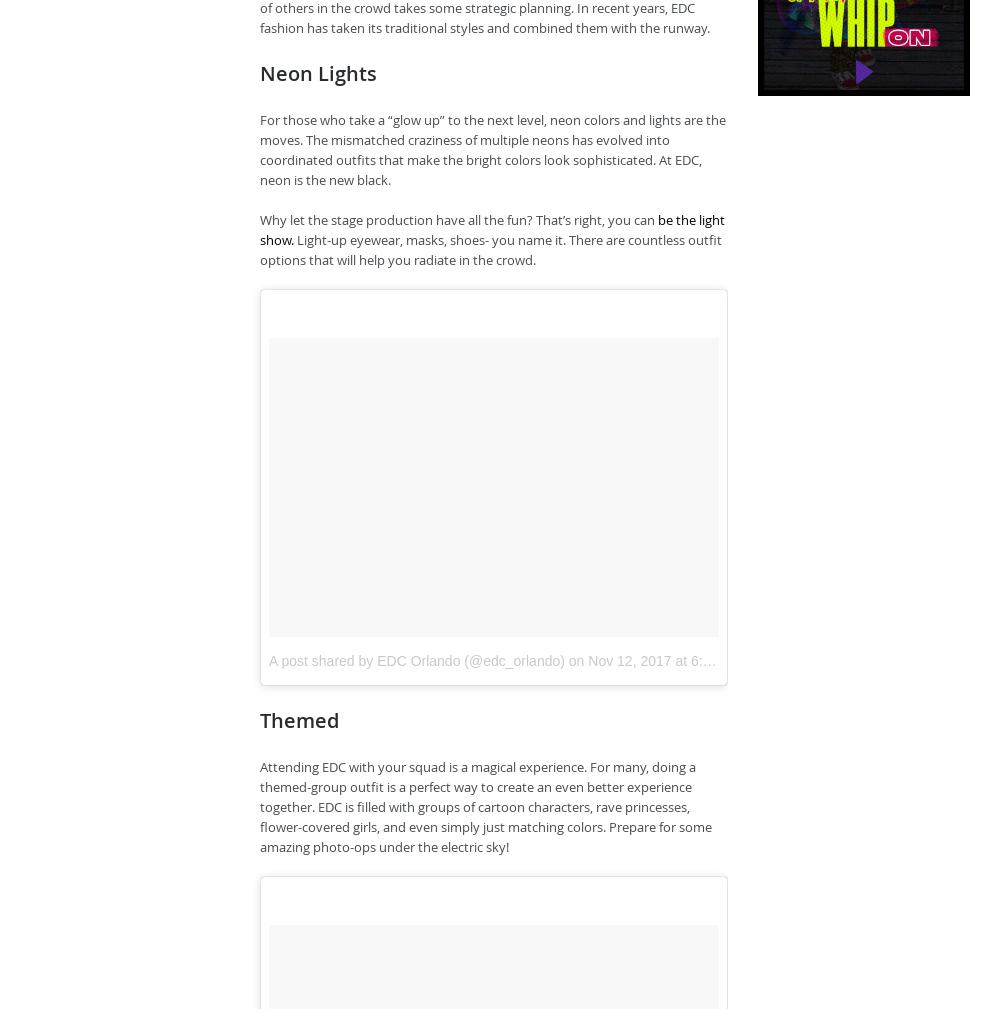  Describe the element at coordinates (563, 659) in the screenshot. I see `'on'` at that location.